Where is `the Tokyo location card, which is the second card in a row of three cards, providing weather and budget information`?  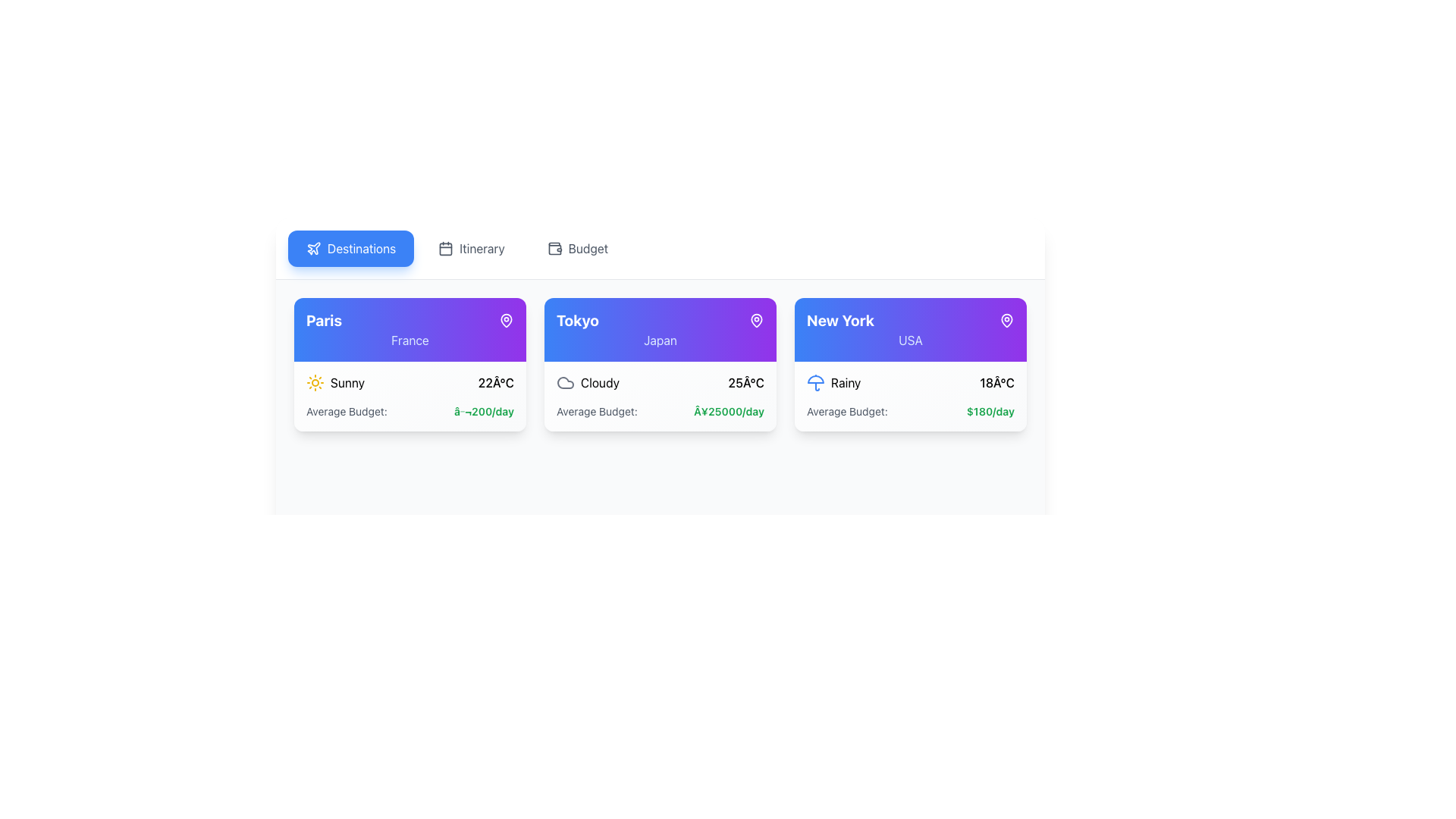
the Tokyo location card, which is the second card in a row of three cards, providing weather and budget information is located at coordinates (660, 329).